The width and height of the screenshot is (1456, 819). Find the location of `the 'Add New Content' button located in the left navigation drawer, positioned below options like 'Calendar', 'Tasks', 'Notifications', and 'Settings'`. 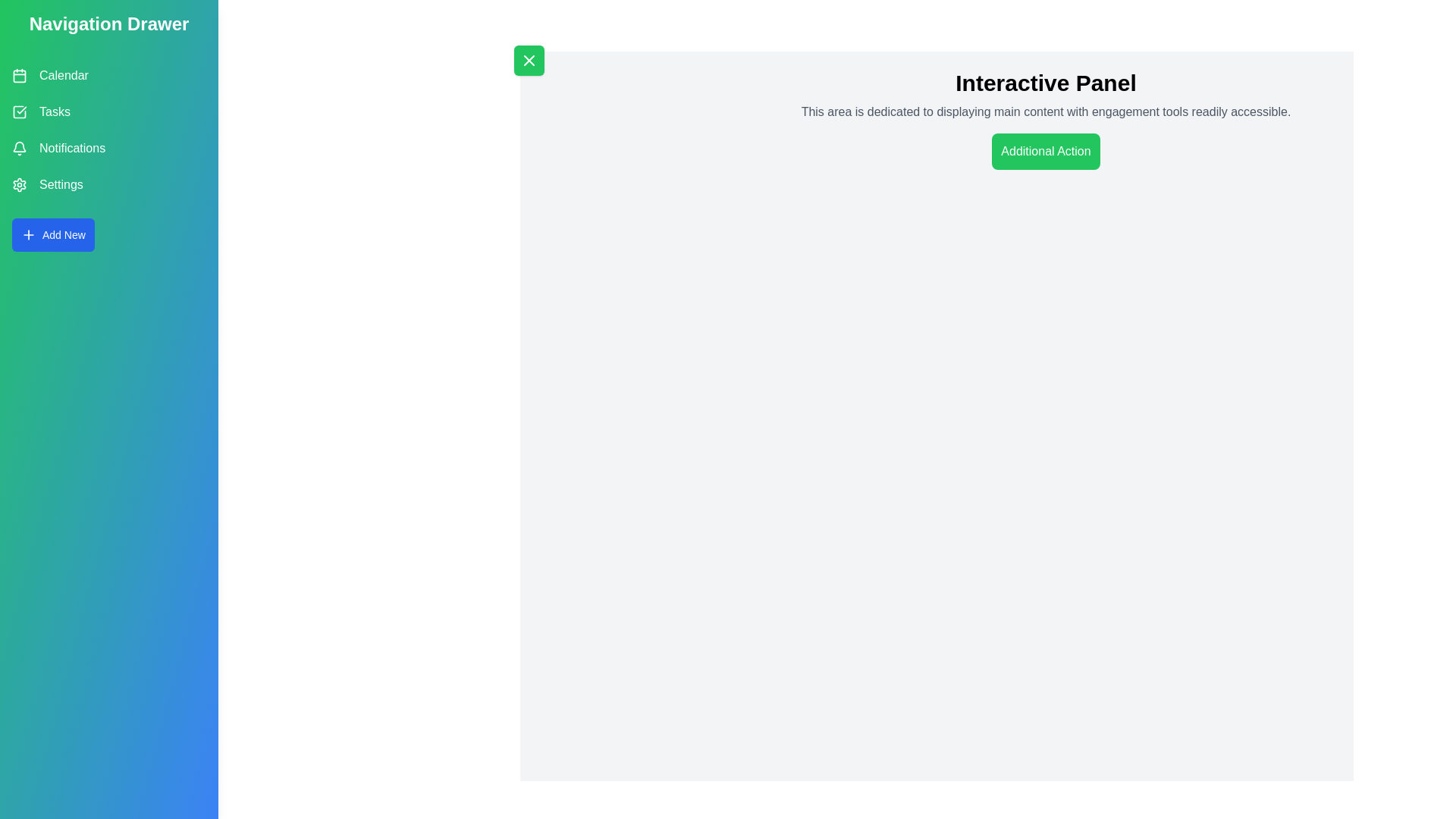

the 'Add New Content' button located in the left navigation drawer, positioned below options like 'Calendar', 'Tasks', 'Notifications', and 'Settings' is located at coordinates (53, 234).